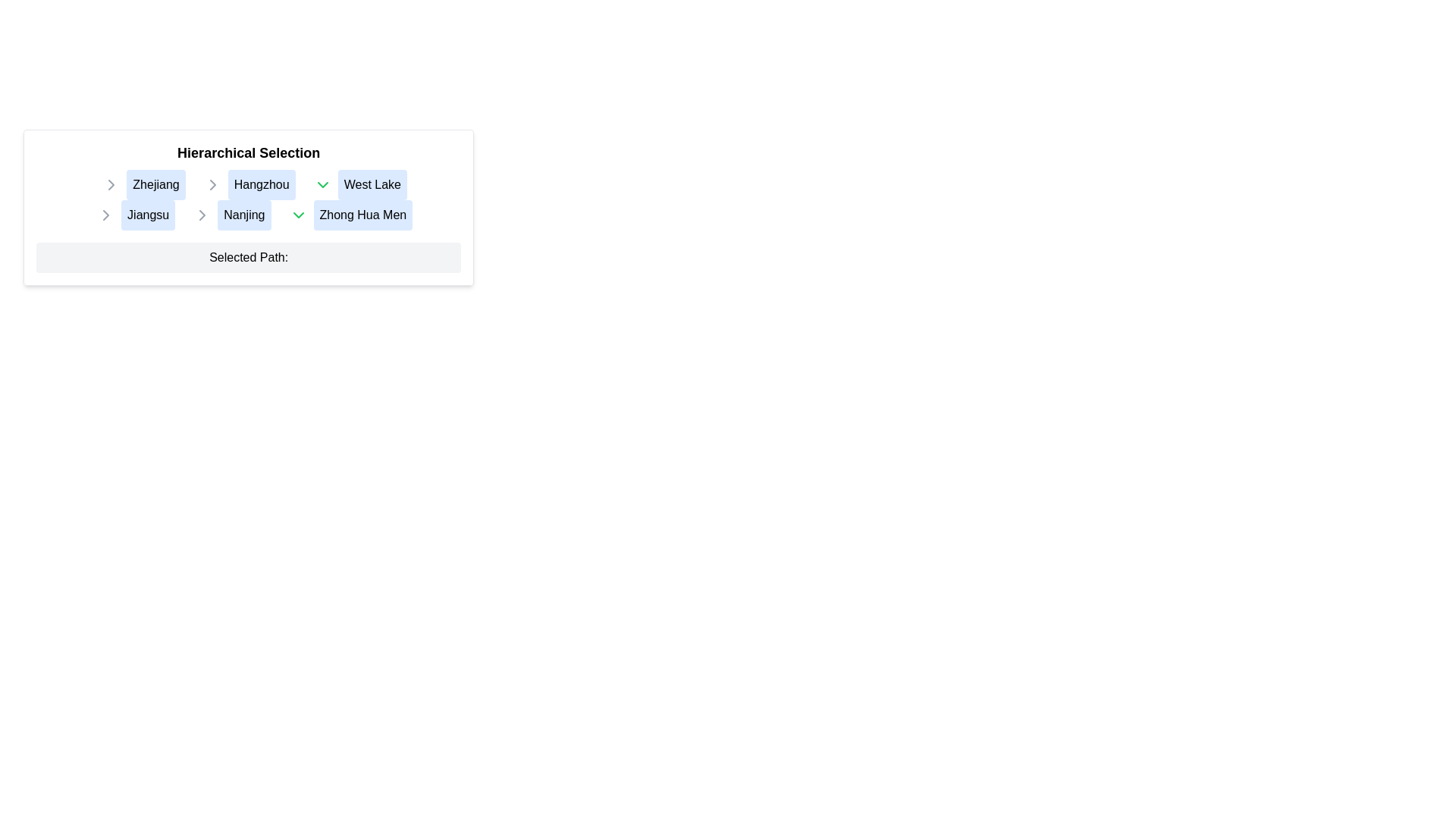 The image size is (1456, 819). I want to click on the selectable list item for 'Zhong Hua Men', located on the second row beneath the 'Nanjing' label, which has a green downward chevron icon to its left, so click(350, 215).